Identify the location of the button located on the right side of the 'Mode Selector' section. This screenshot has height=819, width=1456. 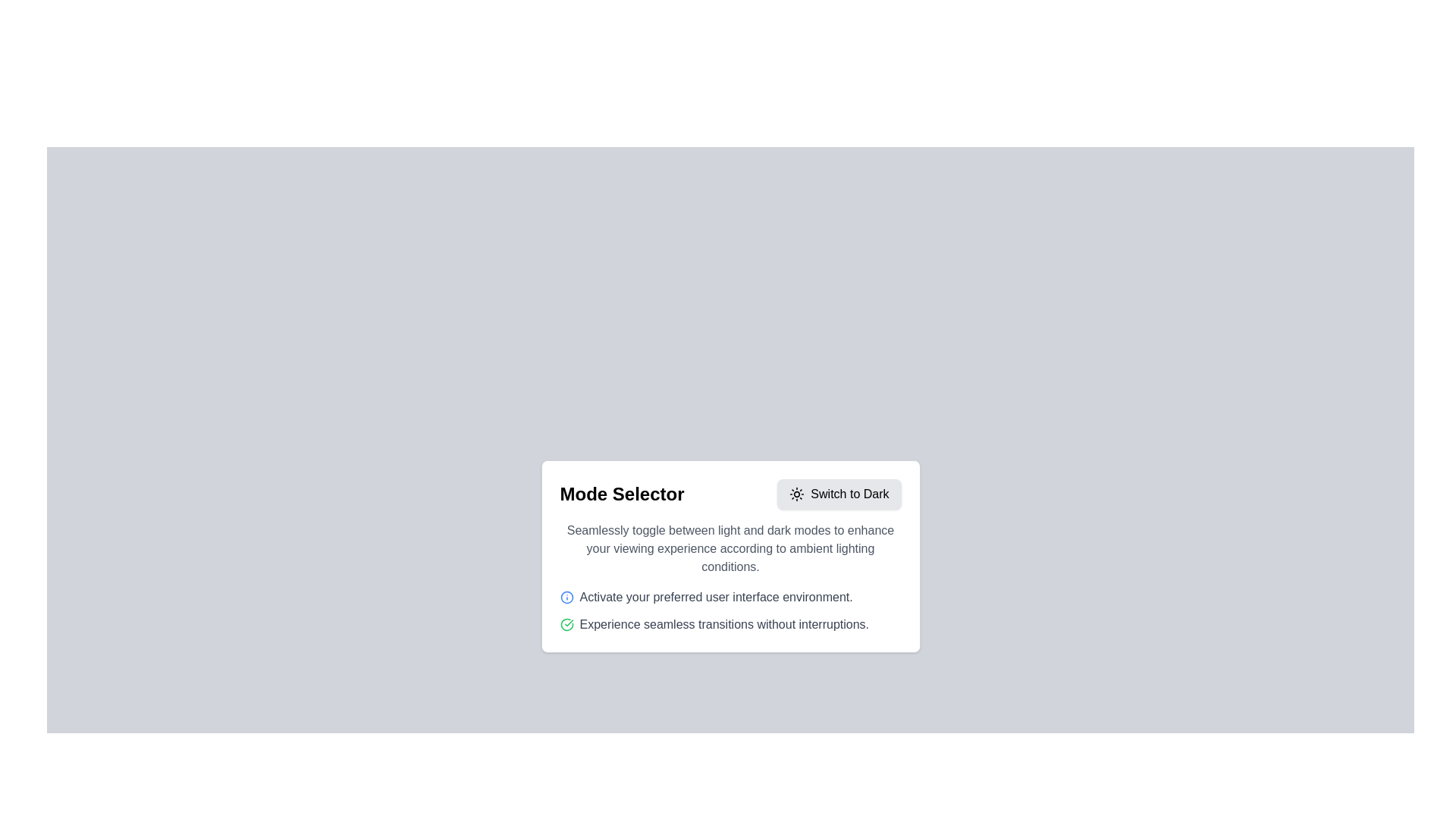
(838, 494).